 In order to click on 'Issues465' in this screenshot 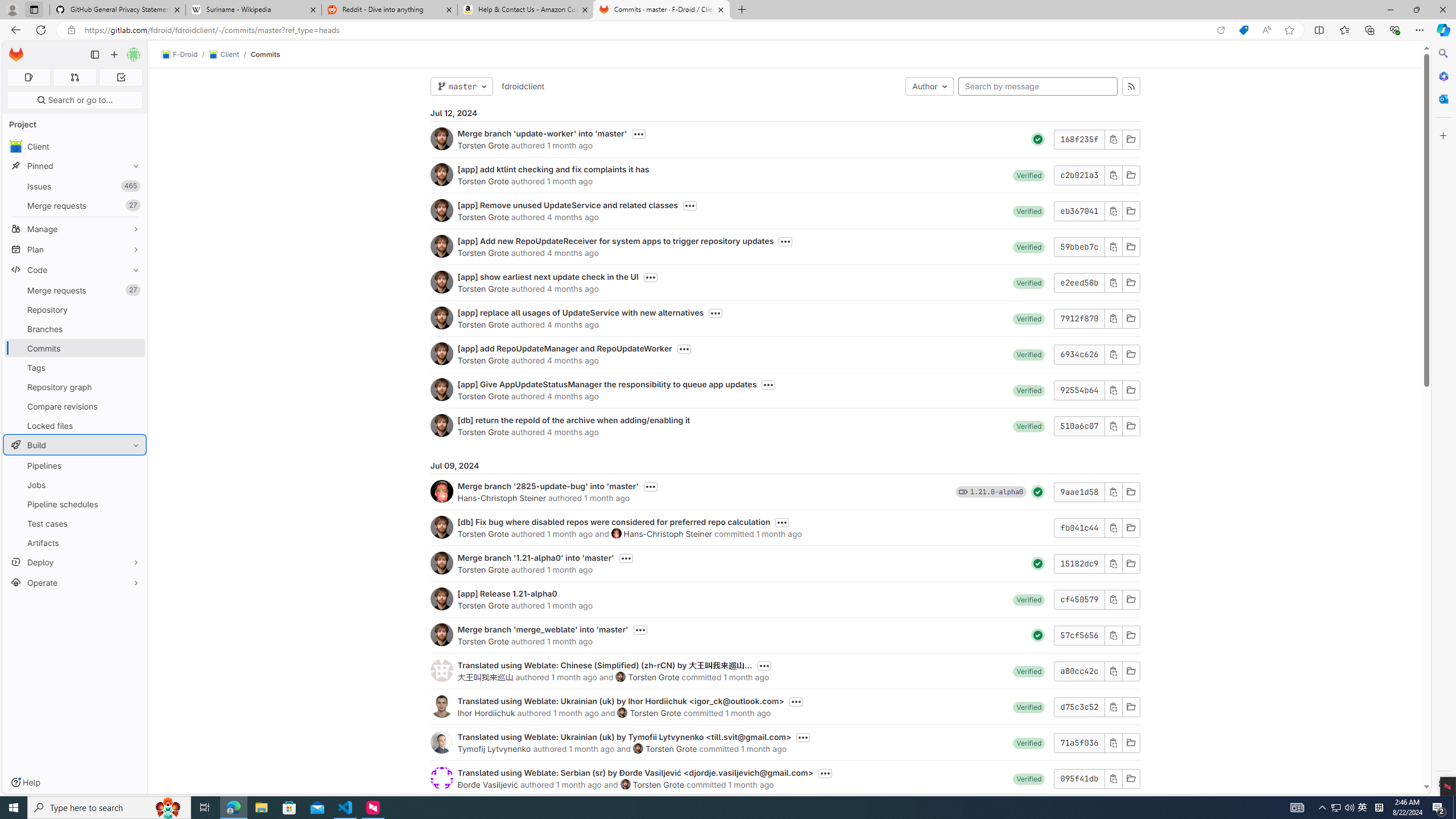, I will do `click(74, 185)`.